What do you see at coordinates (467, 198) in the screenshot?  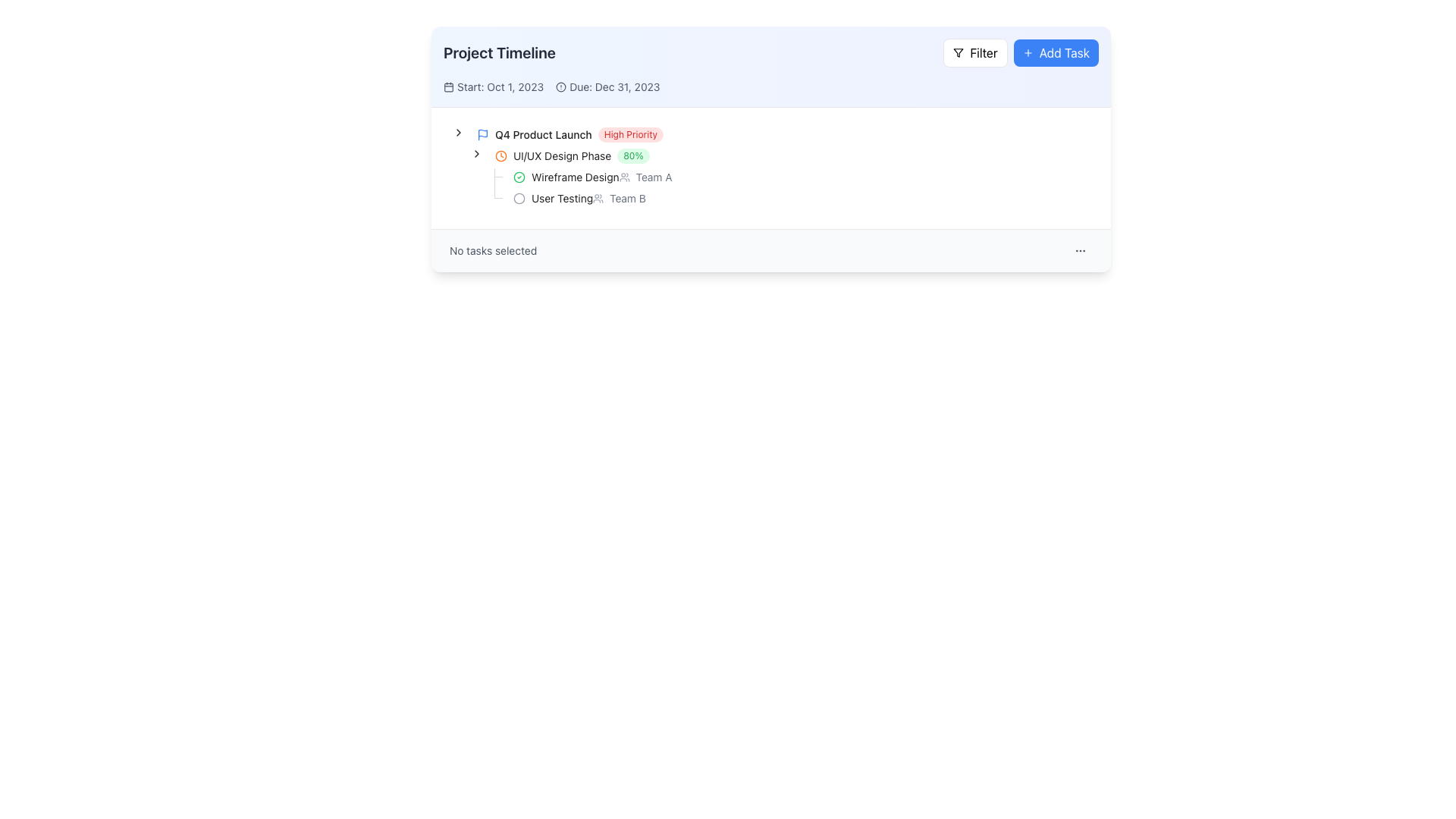 I see `the Indentation element, which is a static visual component that serves as a horizontal indented spacer in a tree structure, located preceding the toggle button and content wrapper for 'User Testing, Team B'` at bounding box center [467, 198].